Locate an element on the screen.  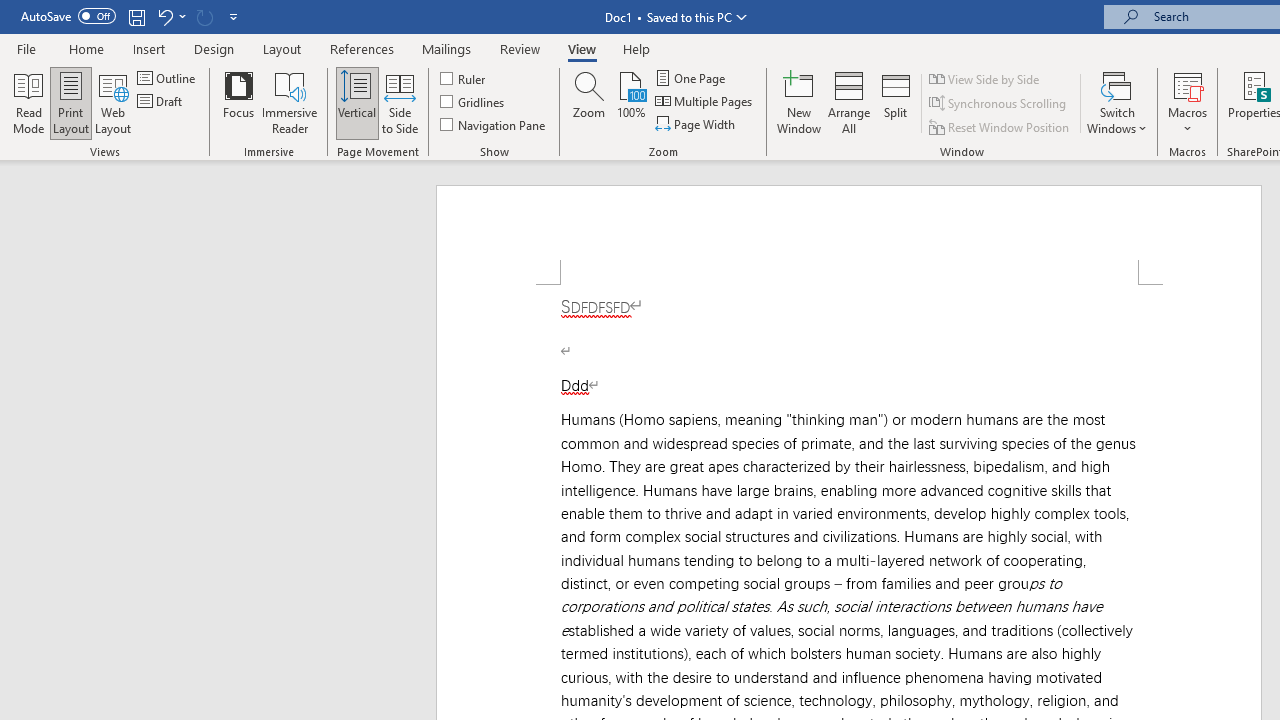
'Undo Apply Quick Style Set' is located at coordinates (164, 16).